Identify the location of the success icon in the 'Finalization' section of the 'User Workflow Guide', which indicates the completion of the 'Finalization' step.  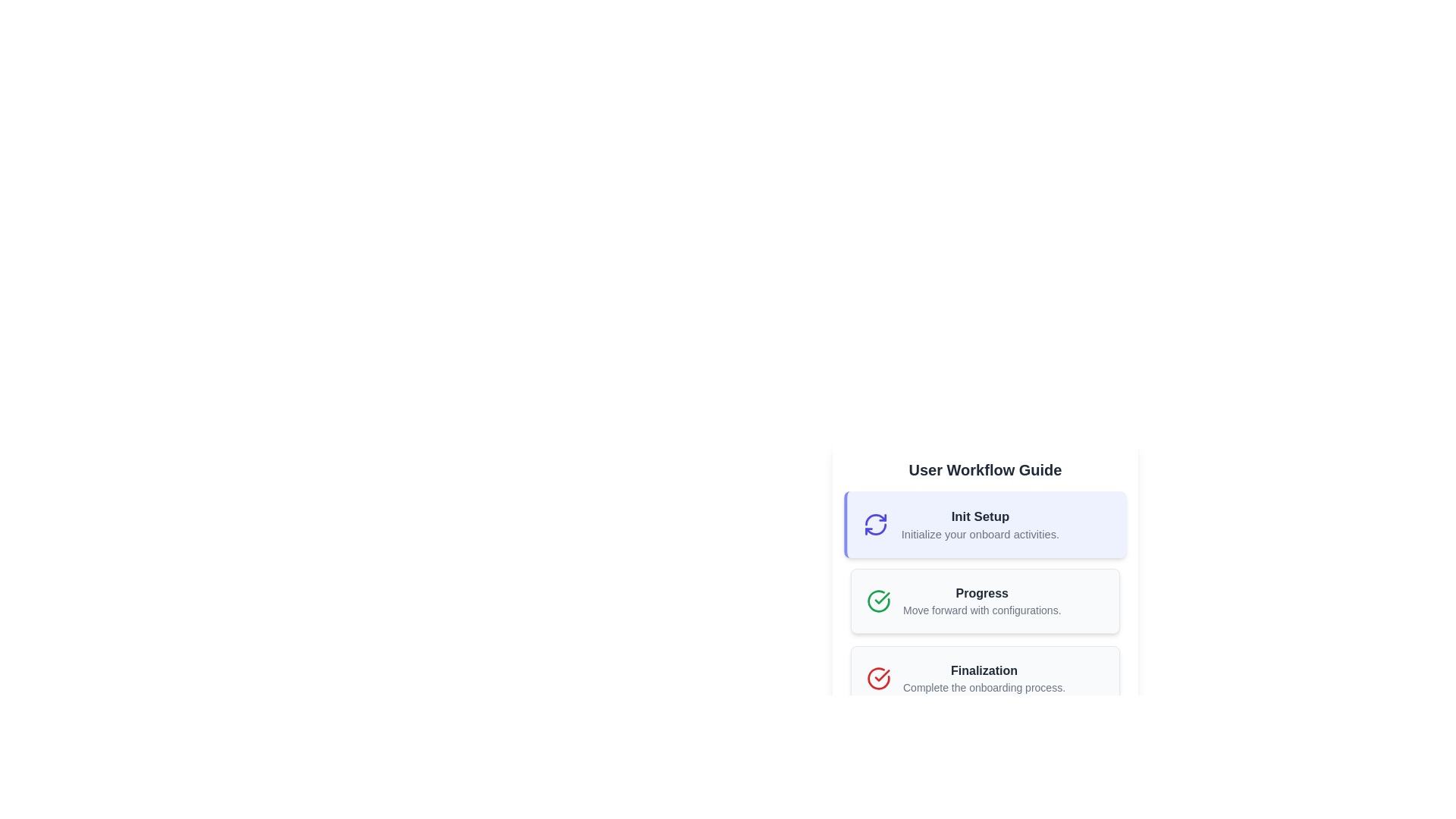
(878, 677).